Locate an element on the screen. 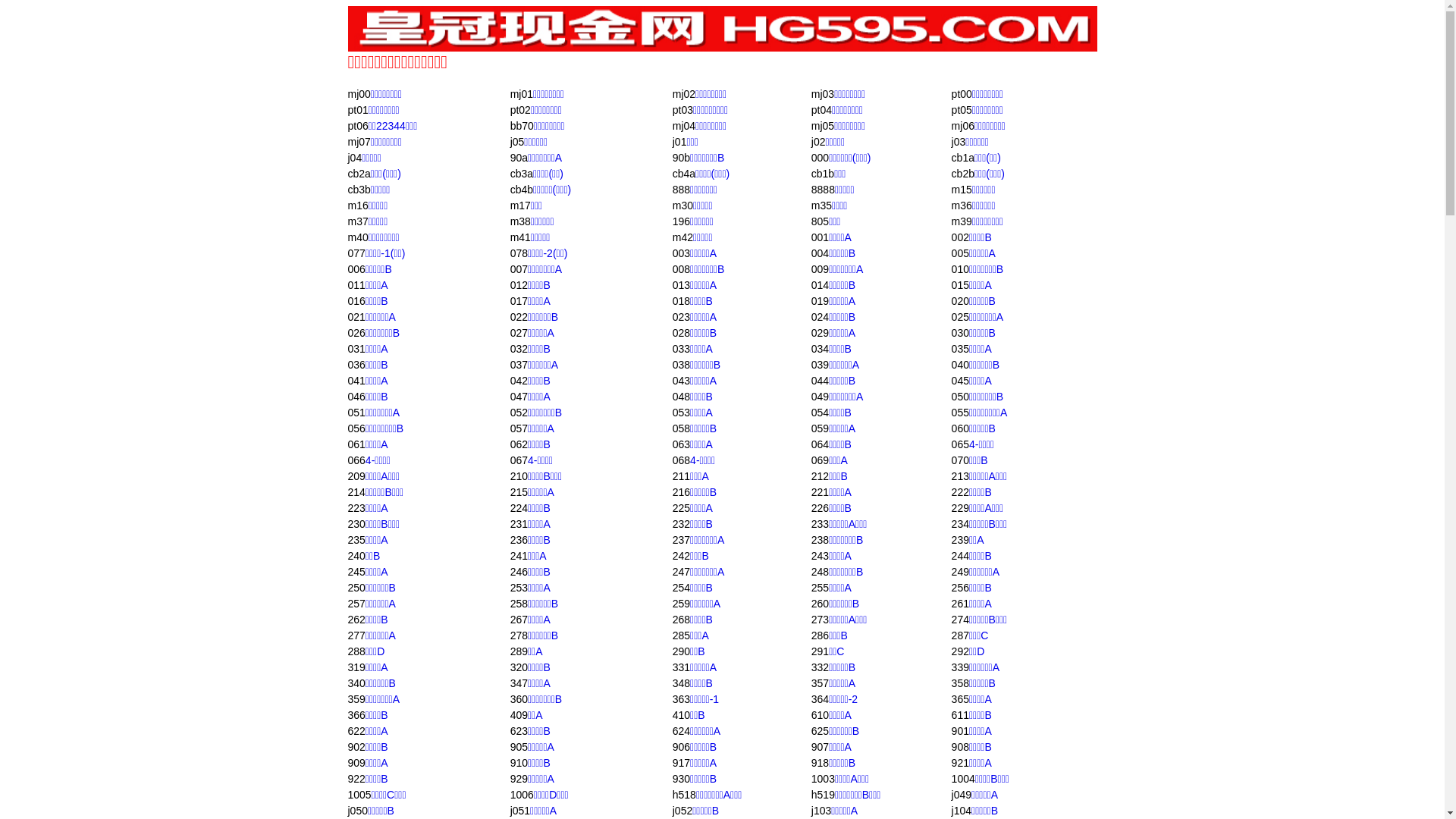  '292' is located at coordinates (959, 651).